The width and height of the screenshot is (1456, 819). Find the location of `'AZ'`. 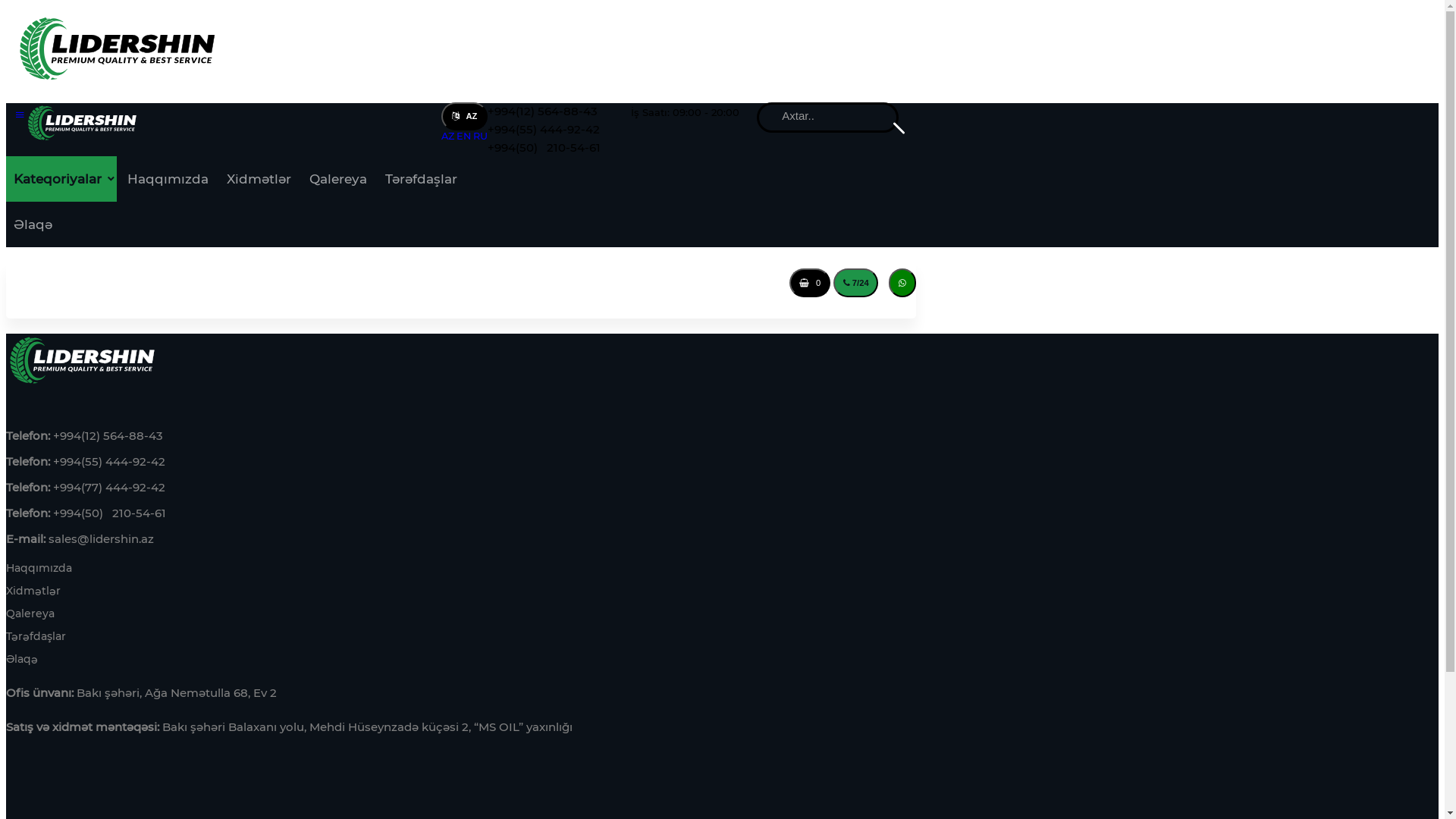

'AZ' is located at coordinates (447, 135).